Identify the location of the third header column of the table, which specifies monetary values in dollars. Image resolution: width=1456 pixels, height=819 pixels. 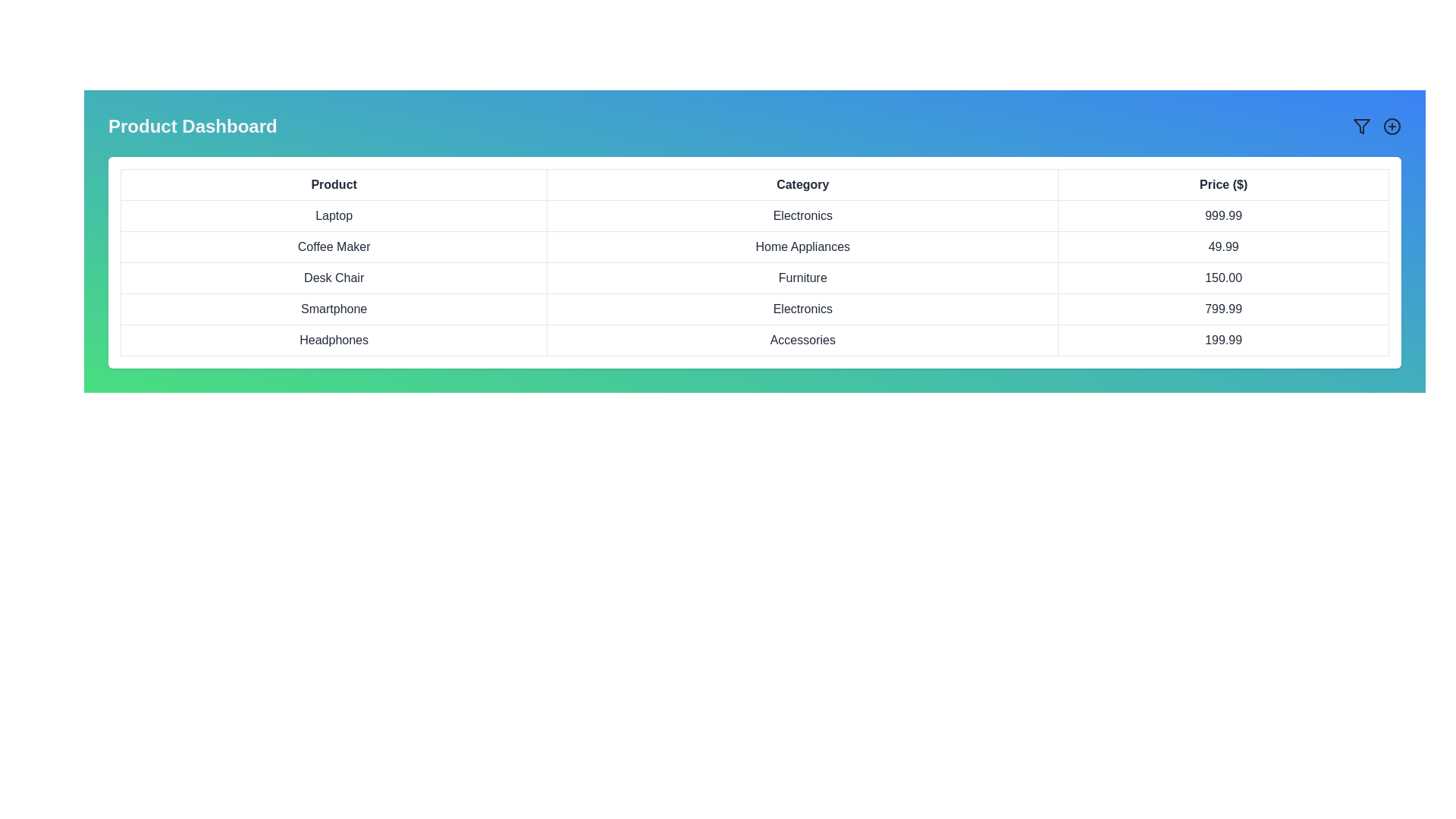
(1223, 184).